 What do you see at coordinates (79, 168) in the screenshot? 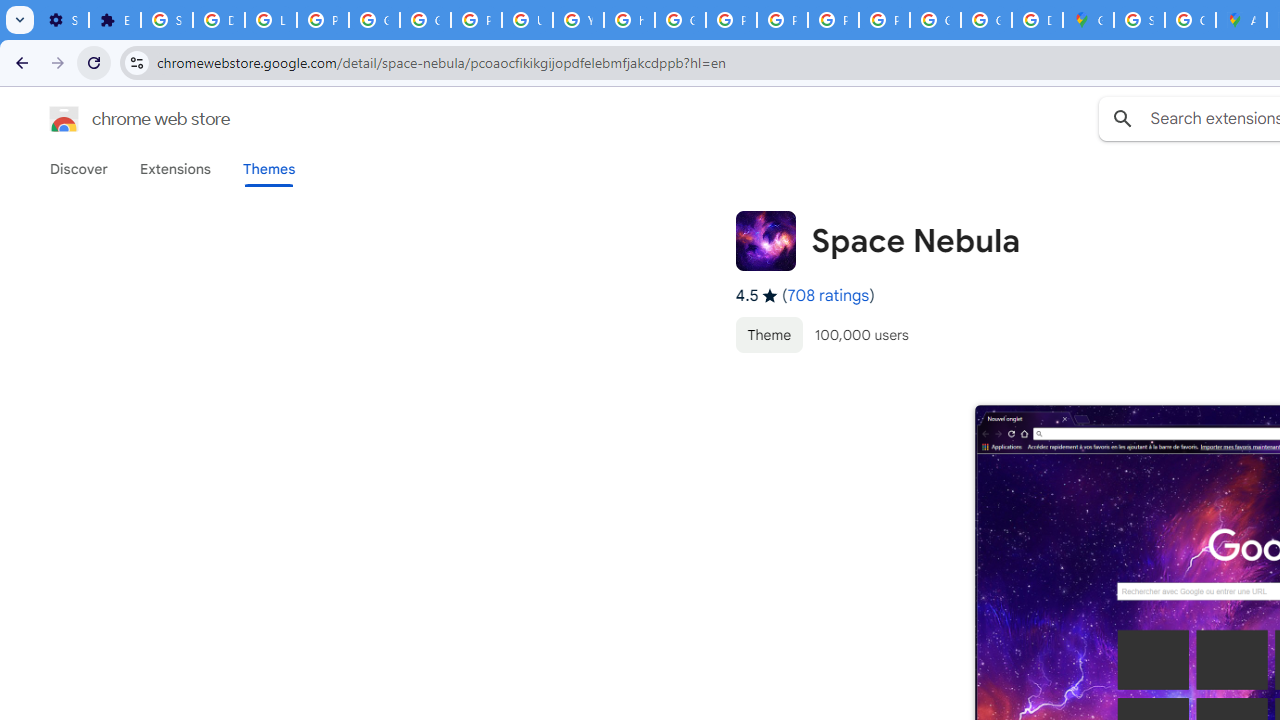
I see `'Discover'` at bounding box center [79, 168].